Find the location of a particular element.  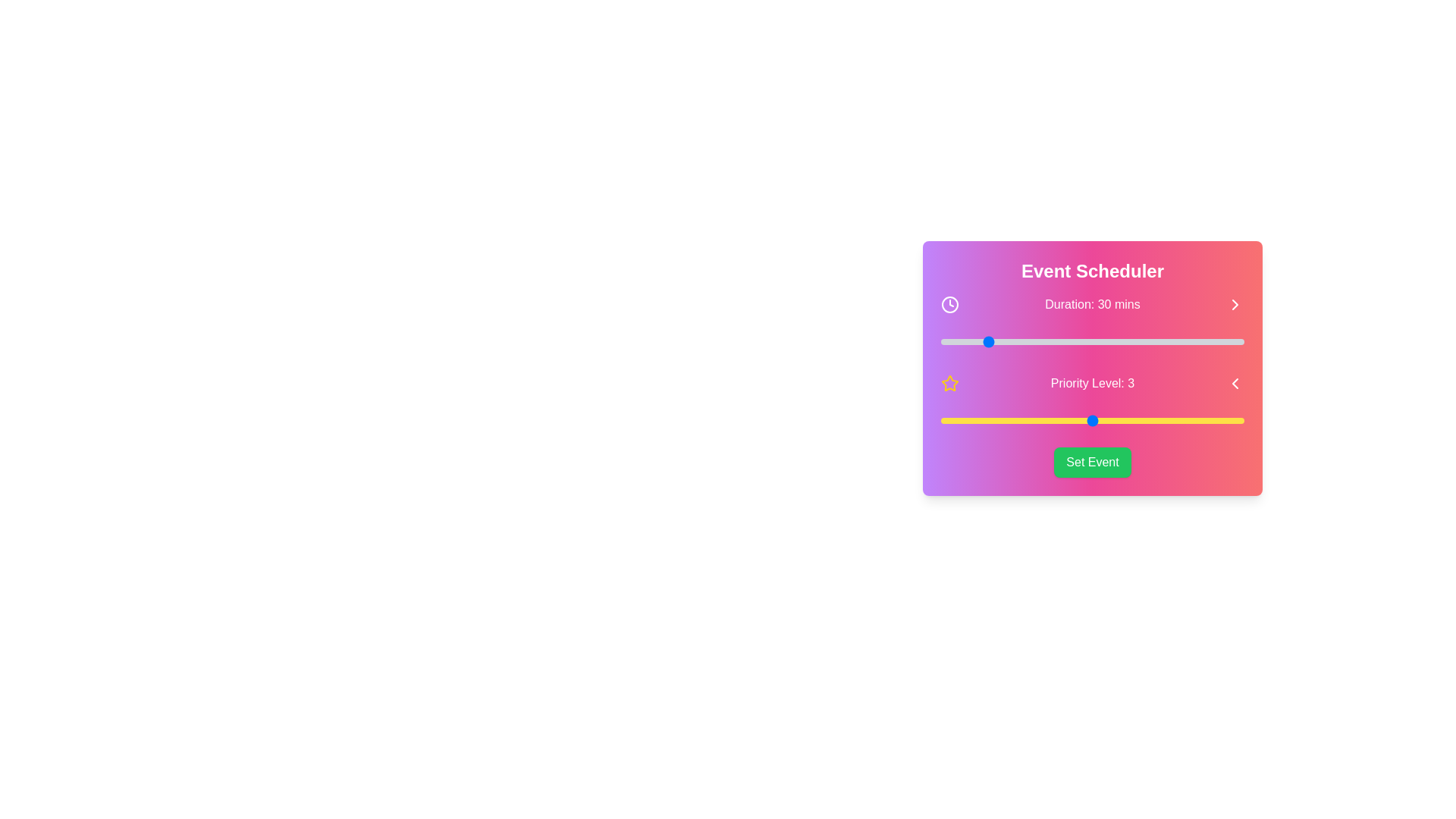

the Label with icons displaying 'Priority Level: 3', which is located in a gradient-colored panel, positioned below 'Duration: 30 mins' and above a yellow slider is located at coordinates (1092, 382).